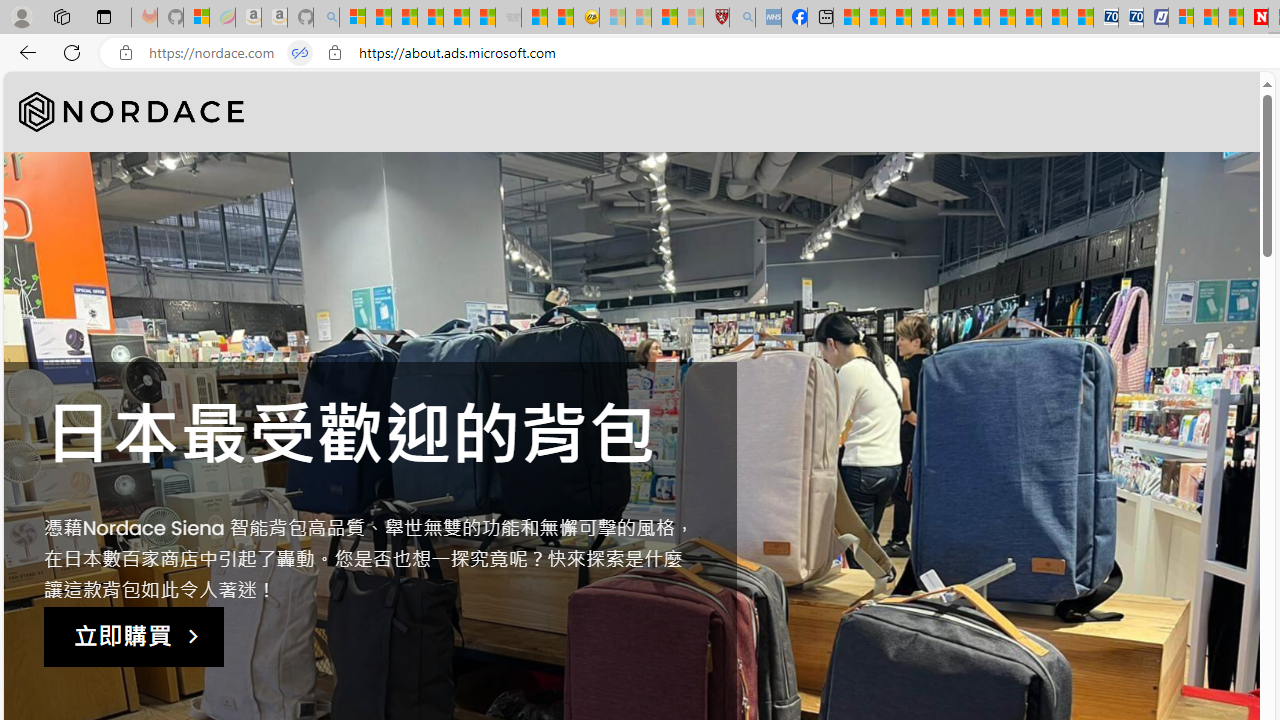 This screenshot has width=1280, height=720. I want to click on 'New Report Confirms 2023 Was Record Hot | Watch', so click(455, 17).